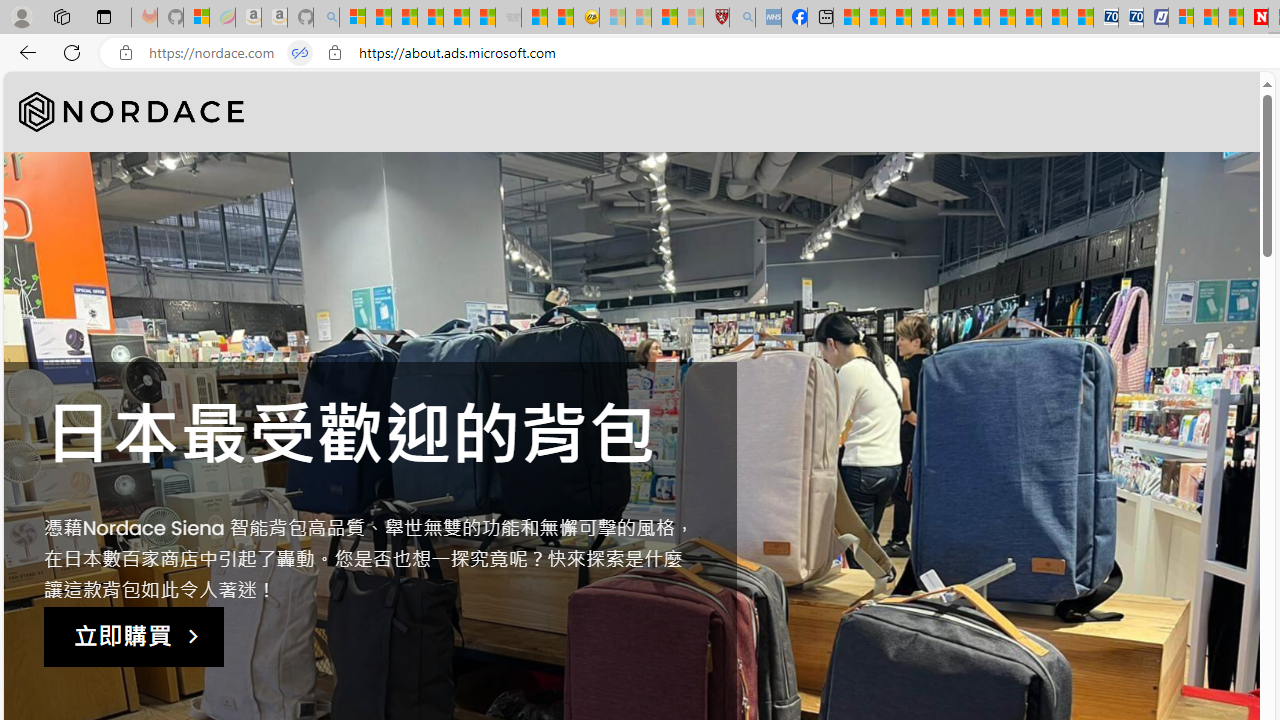 This screenshot has width=1280, height=720. I want to click on 'New Report Confirms 2023 Was Record Hot | Watch', so click(455, 17).